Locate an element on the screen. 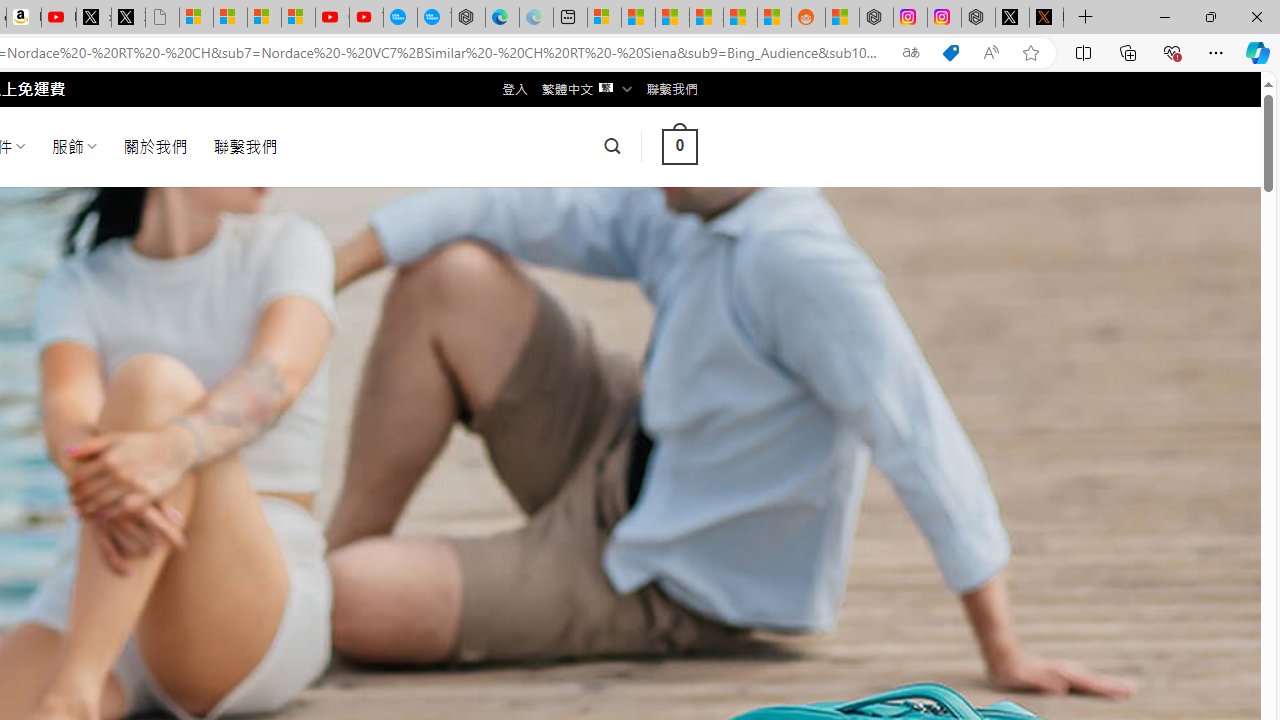  'Nordace - Nordace has arrived Hong Kong' is located at coordinates (467, 17).